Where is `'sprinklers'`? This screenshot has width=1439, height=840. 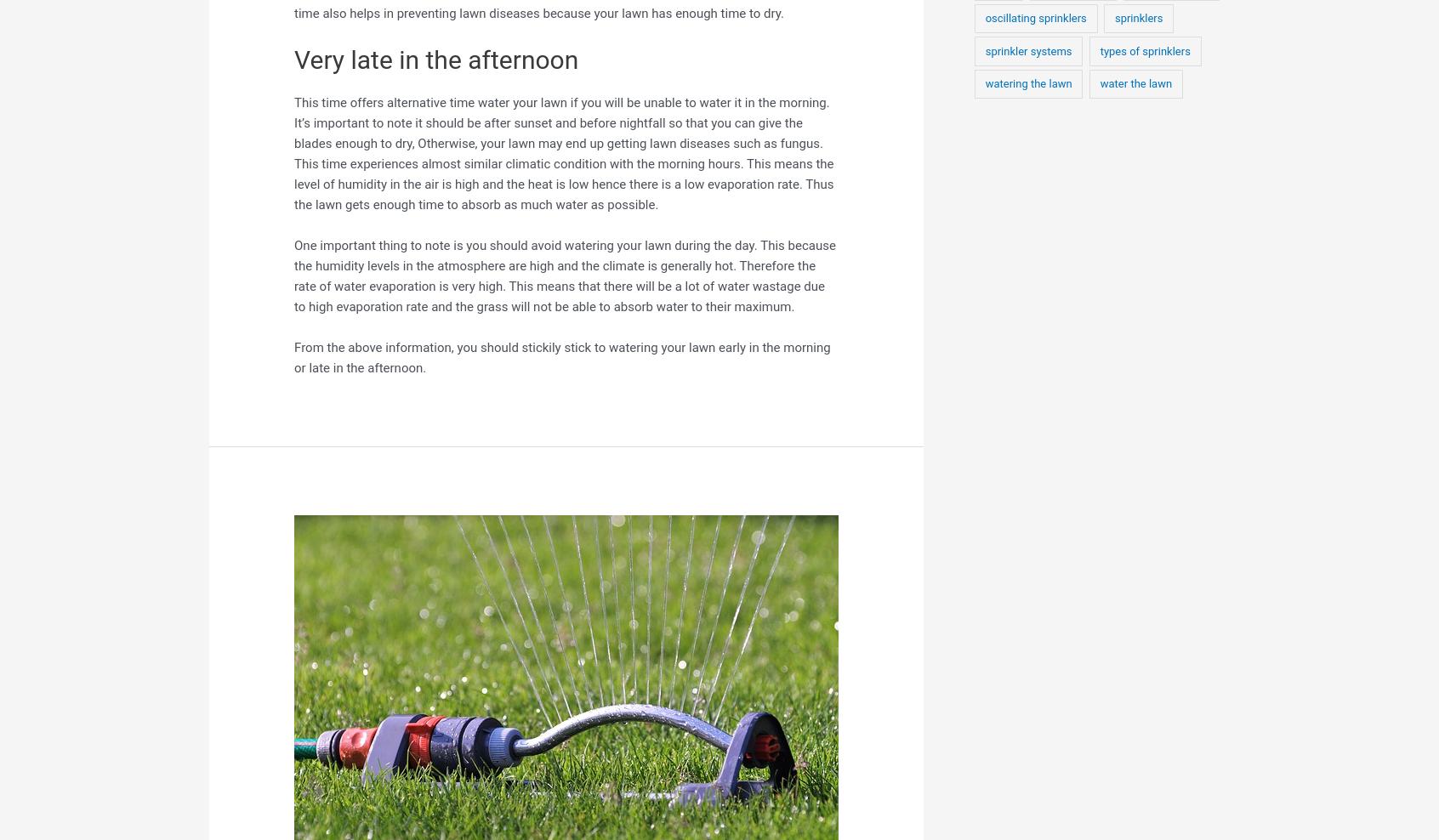 'sprinklers' is located at coordinates (1112, 17).